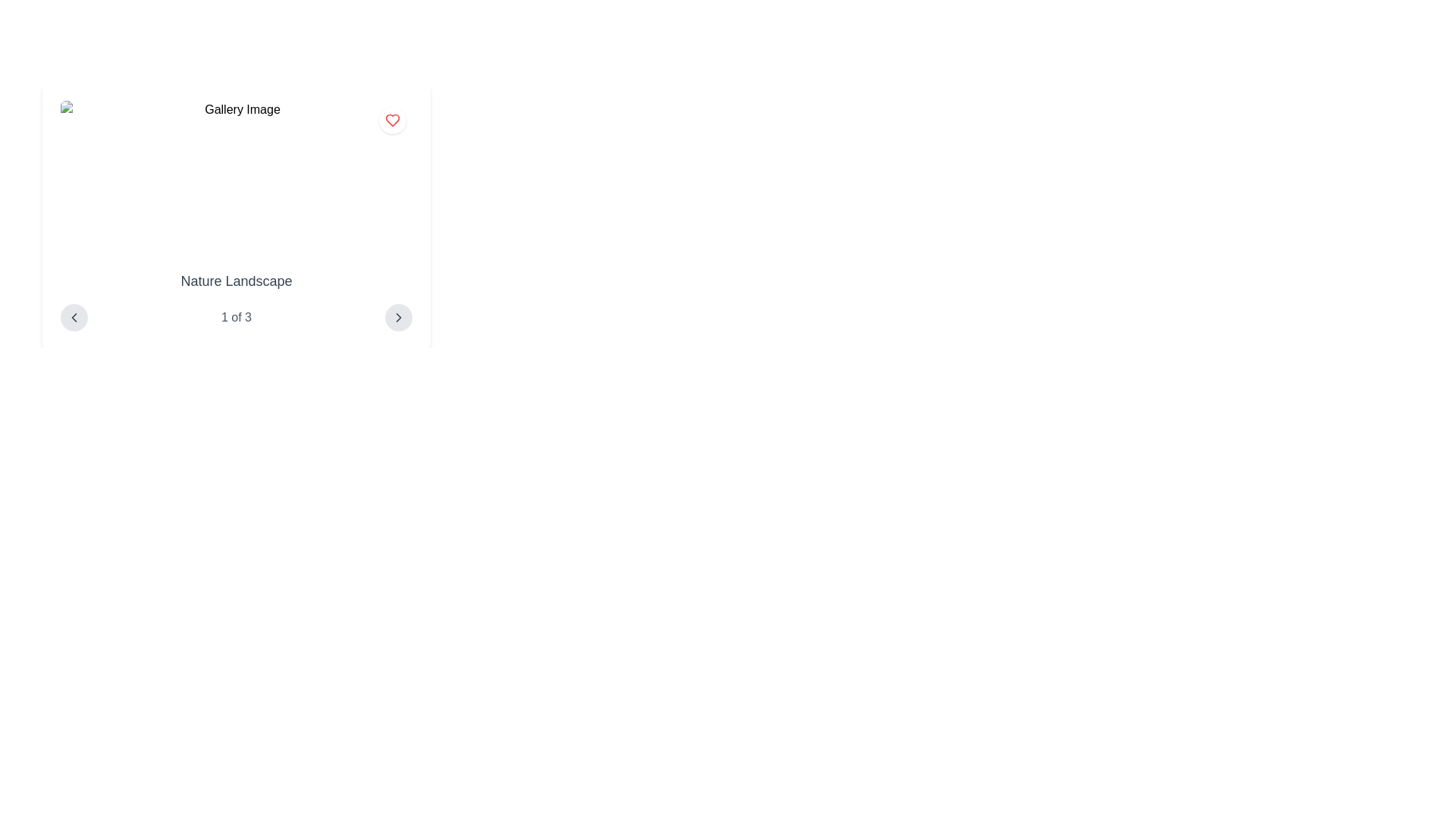  I want to click on the small circular button with a light gray background and a right-facing chevron arrow icon, so click(398, 317).